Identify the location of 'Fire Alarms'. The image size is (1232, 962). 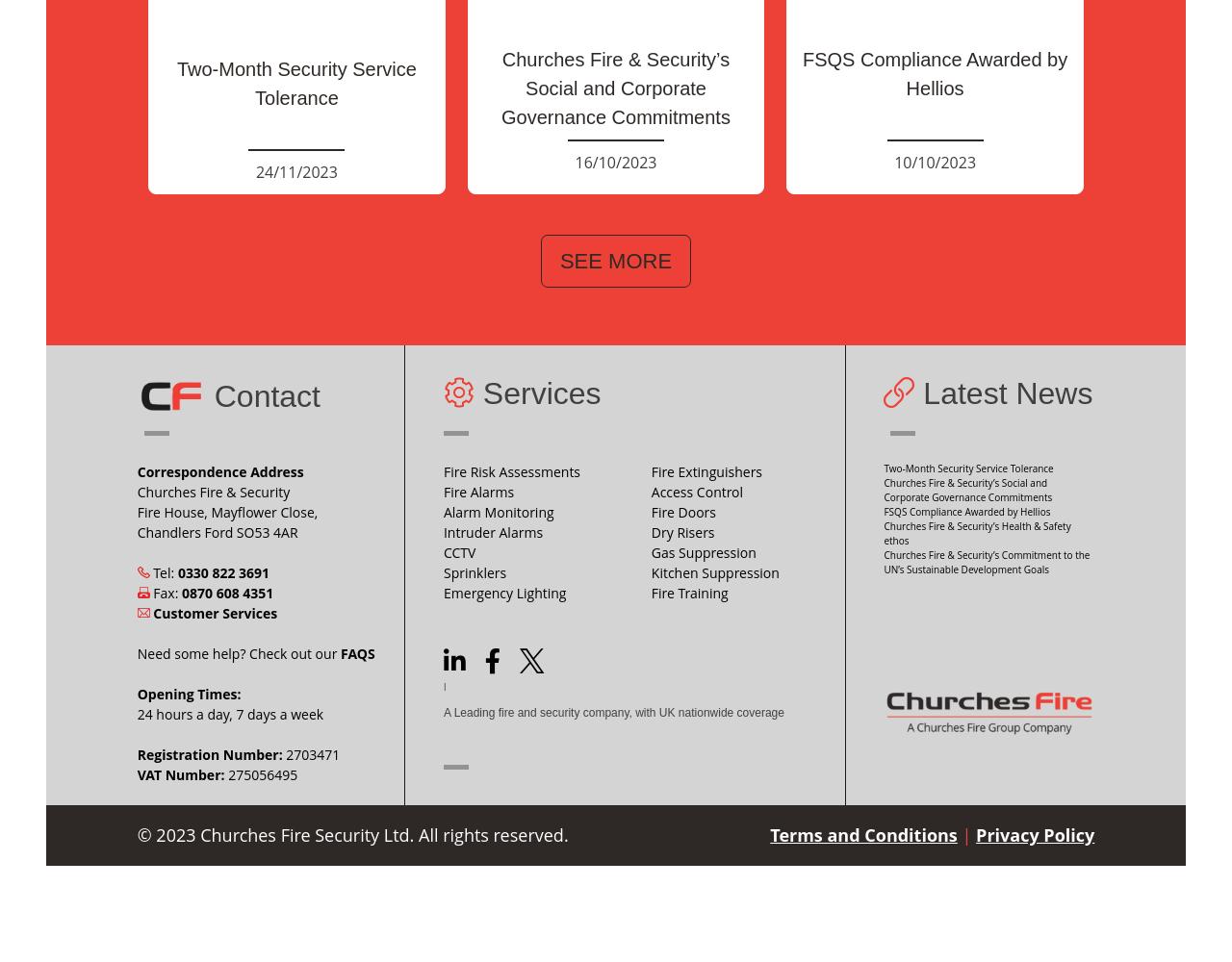
(478, 491).